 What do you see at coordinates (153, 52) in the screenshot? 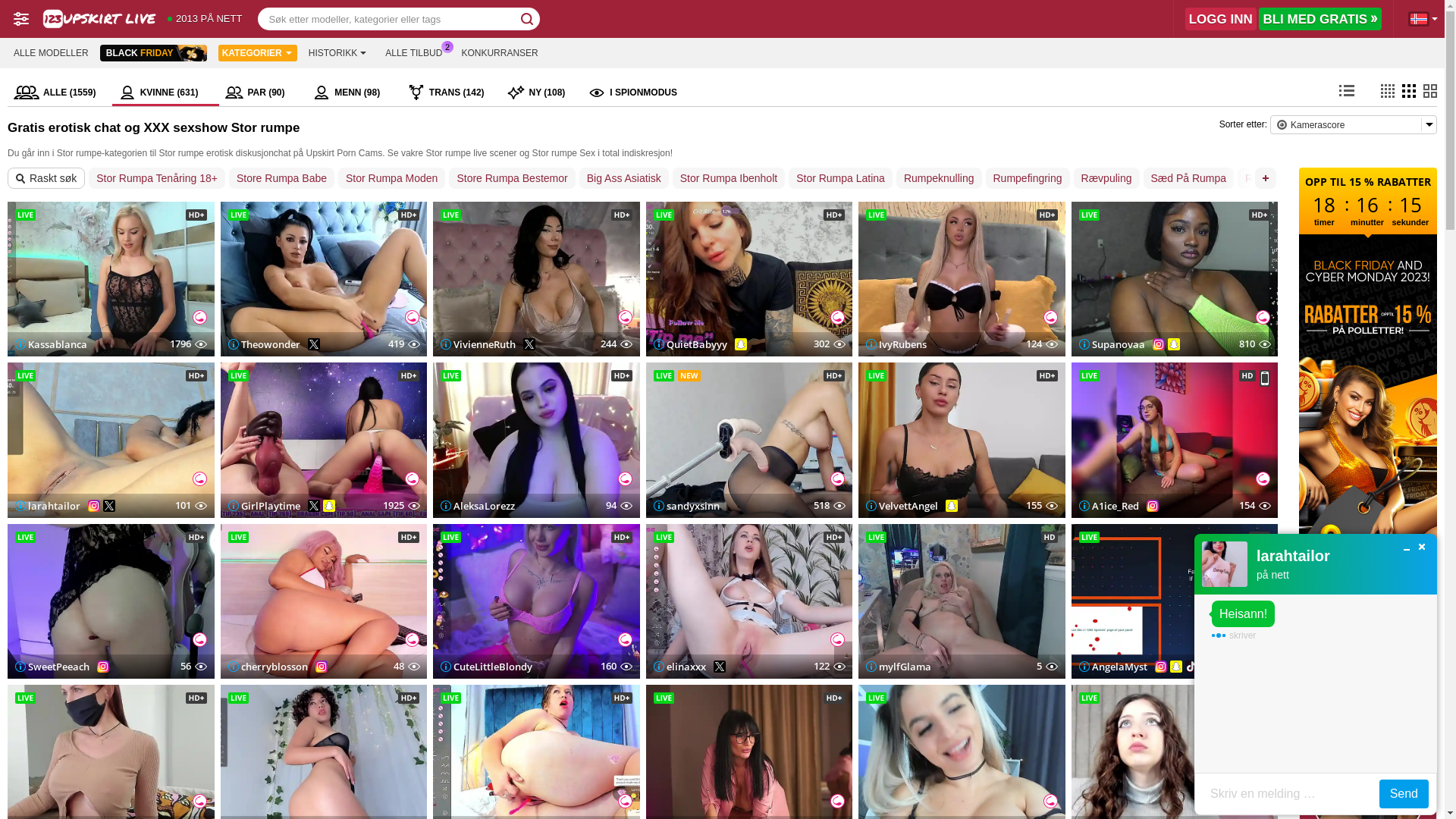
I see `'BLACK FRIDAY'` at bounding box center [153, 52].